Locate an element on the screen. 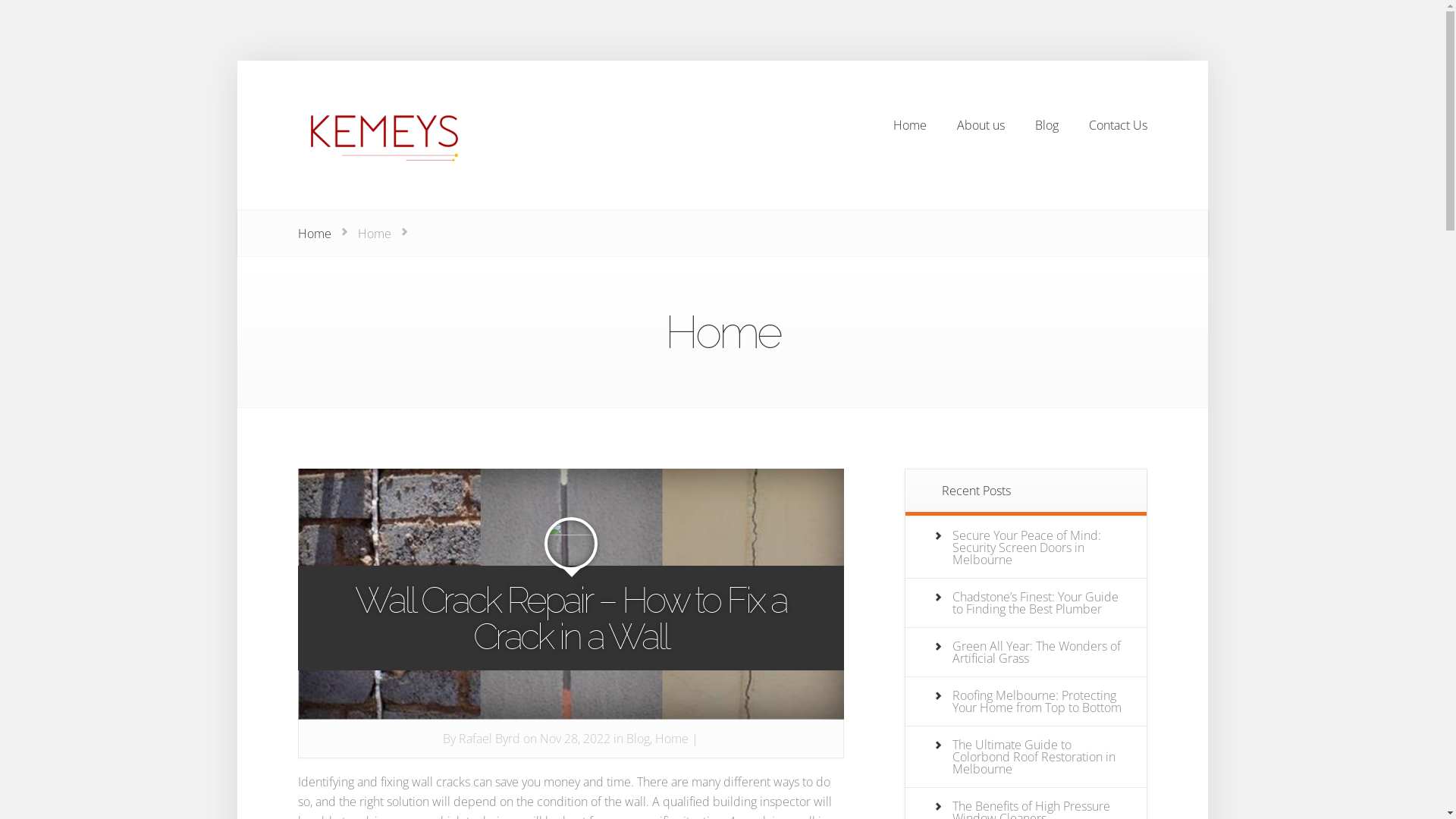 The width and height of the screenshot is (1456, 819). 'Home' is located at coordinates (312, 234).